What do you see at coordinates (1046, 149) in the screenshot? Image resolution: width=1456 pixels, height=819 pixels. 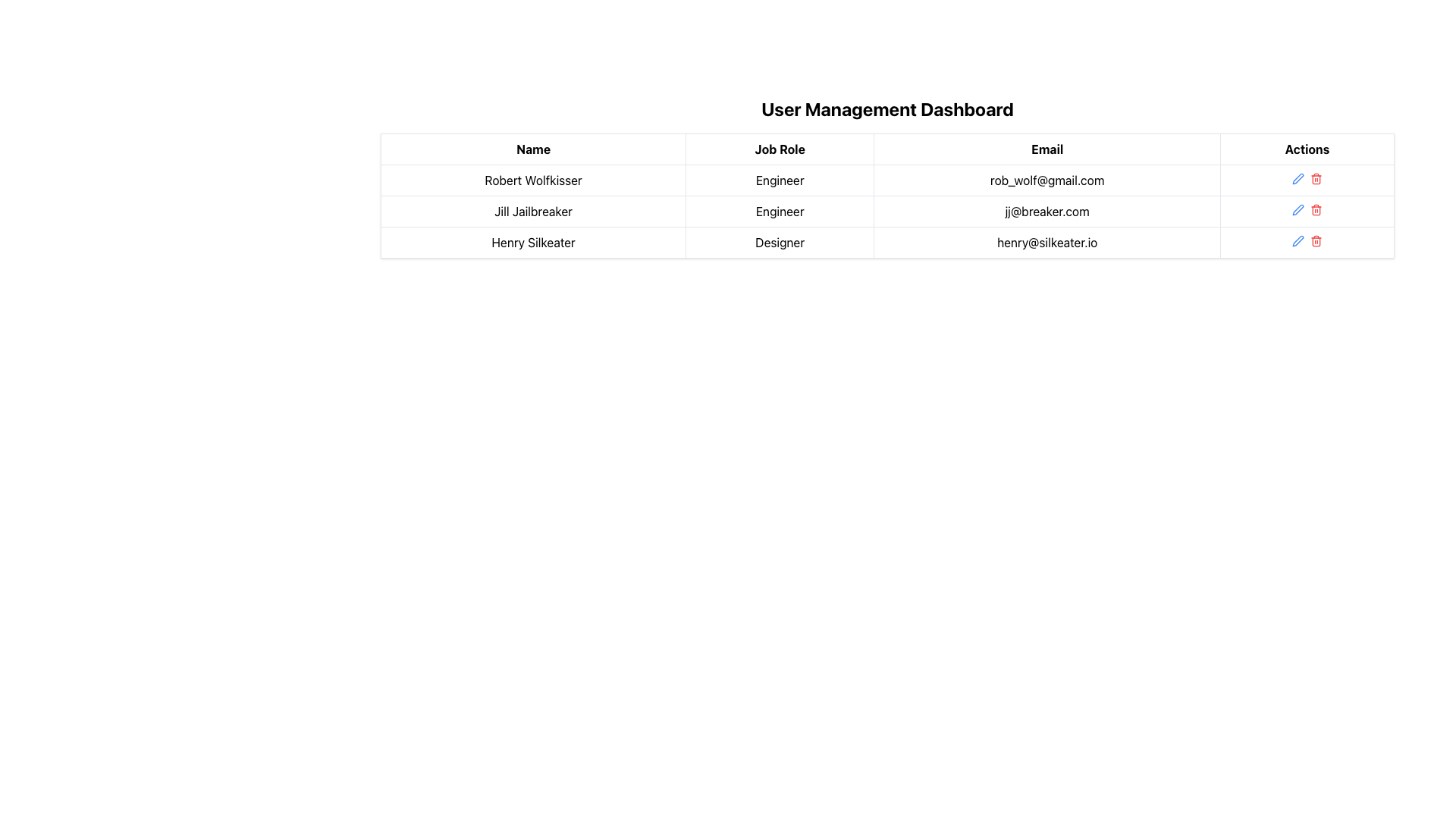 I see `the 'Email' text label, which is the third column header in a multi-column table, displayed in a plain black font on a white background` at bounding box center [1046, 149].